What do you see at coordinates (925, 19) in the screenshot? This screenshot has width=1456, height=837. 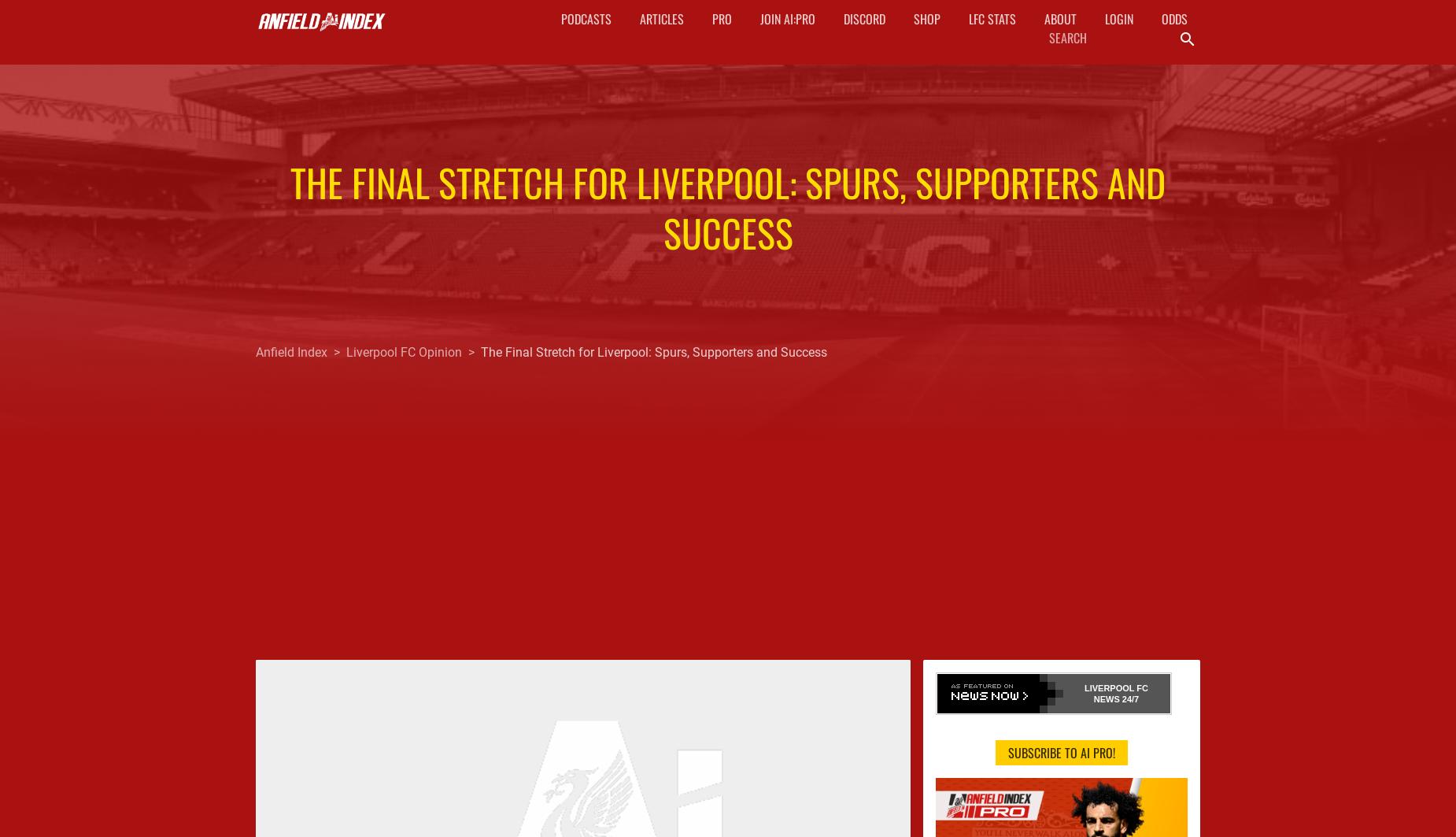 I see `'Shop'` at bounding box center [925, 19].